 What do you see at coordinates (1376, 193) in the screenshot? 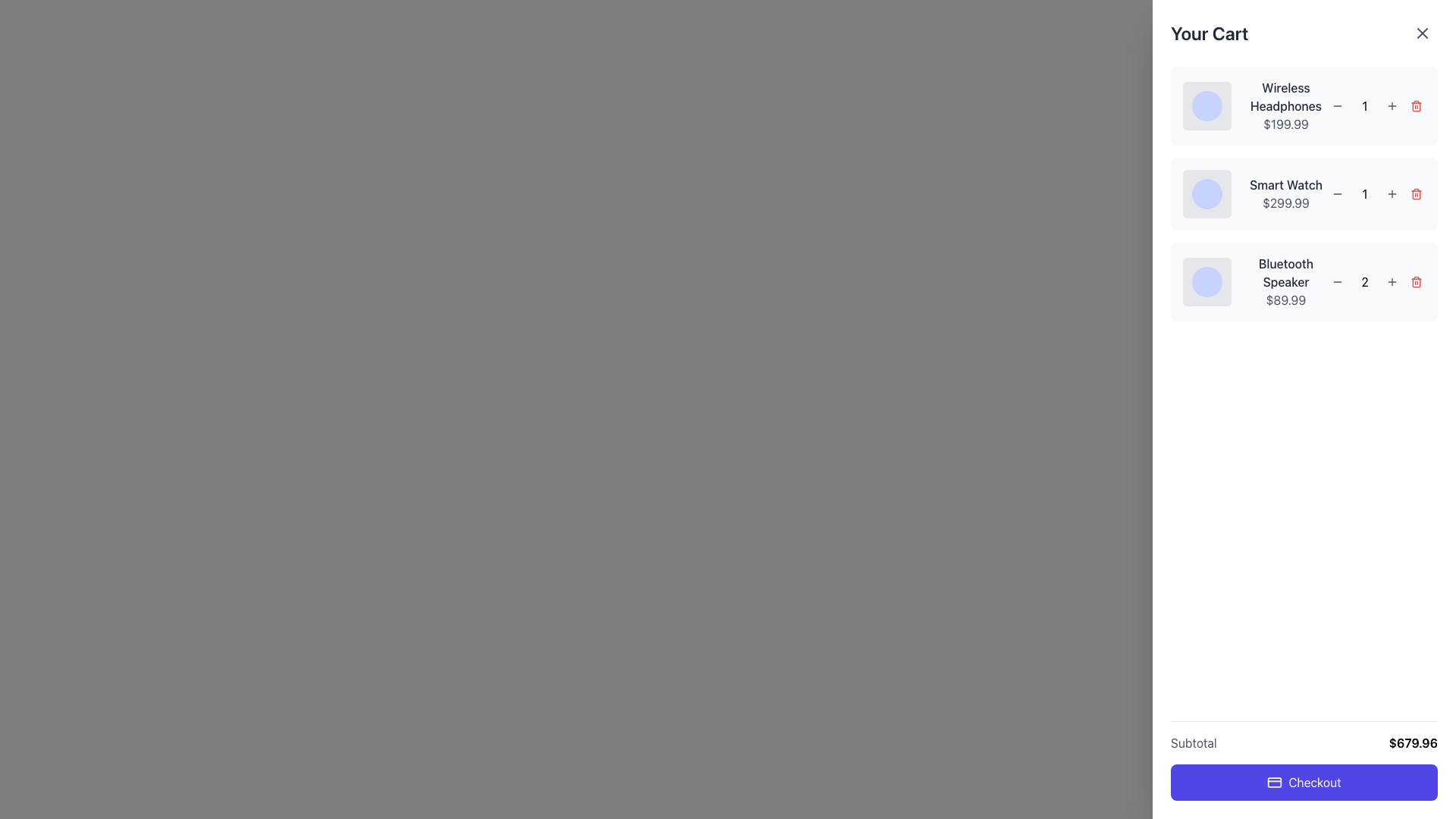
I see `the plus button in the quantity adjustment control for the Smart Watch item in the shopping cart to increase the quantity` at bounding box center [1376, 193].